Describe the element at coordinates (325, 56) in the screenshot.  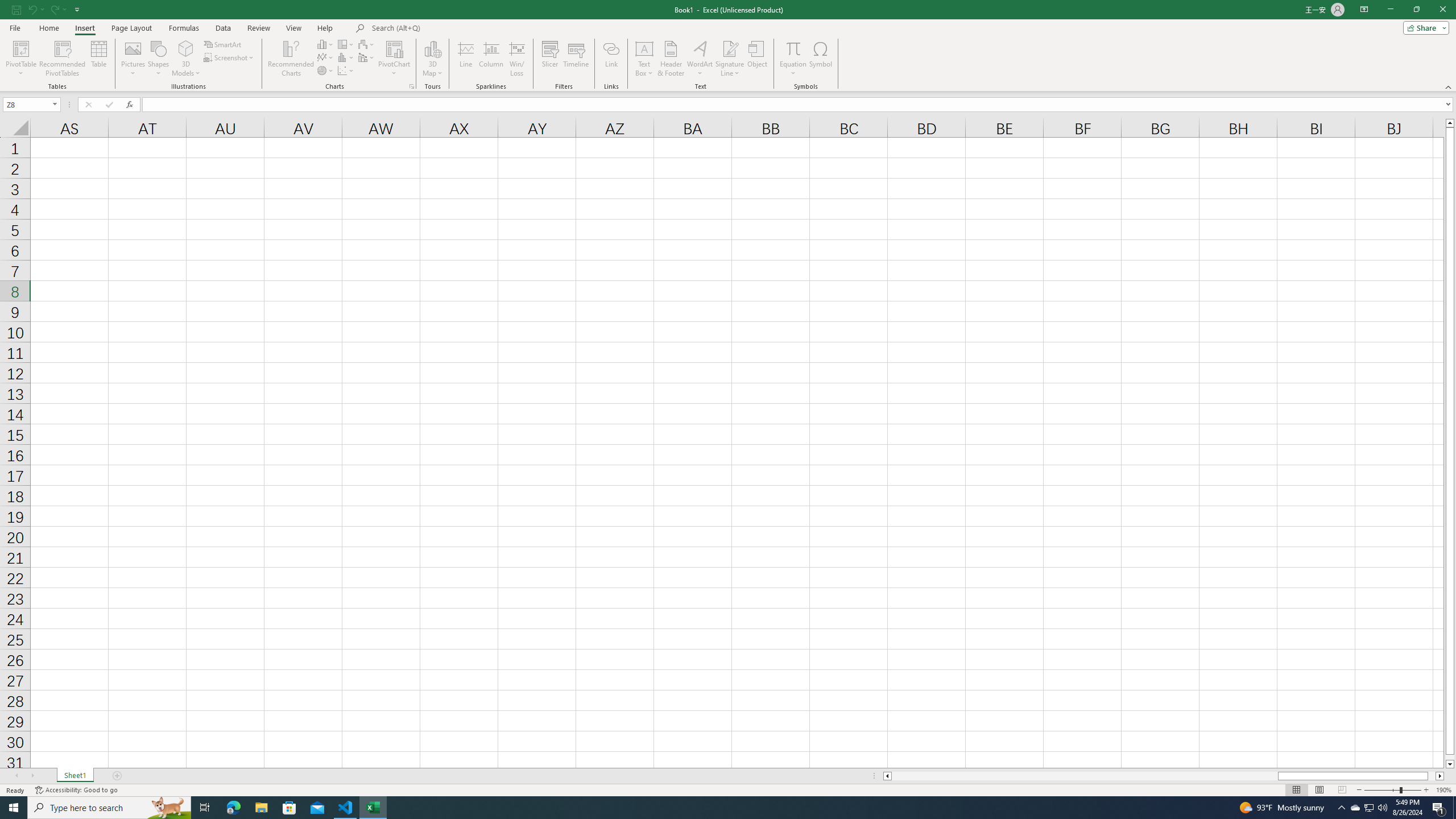
I see `'Insert Line or Area Chart'` at that location.